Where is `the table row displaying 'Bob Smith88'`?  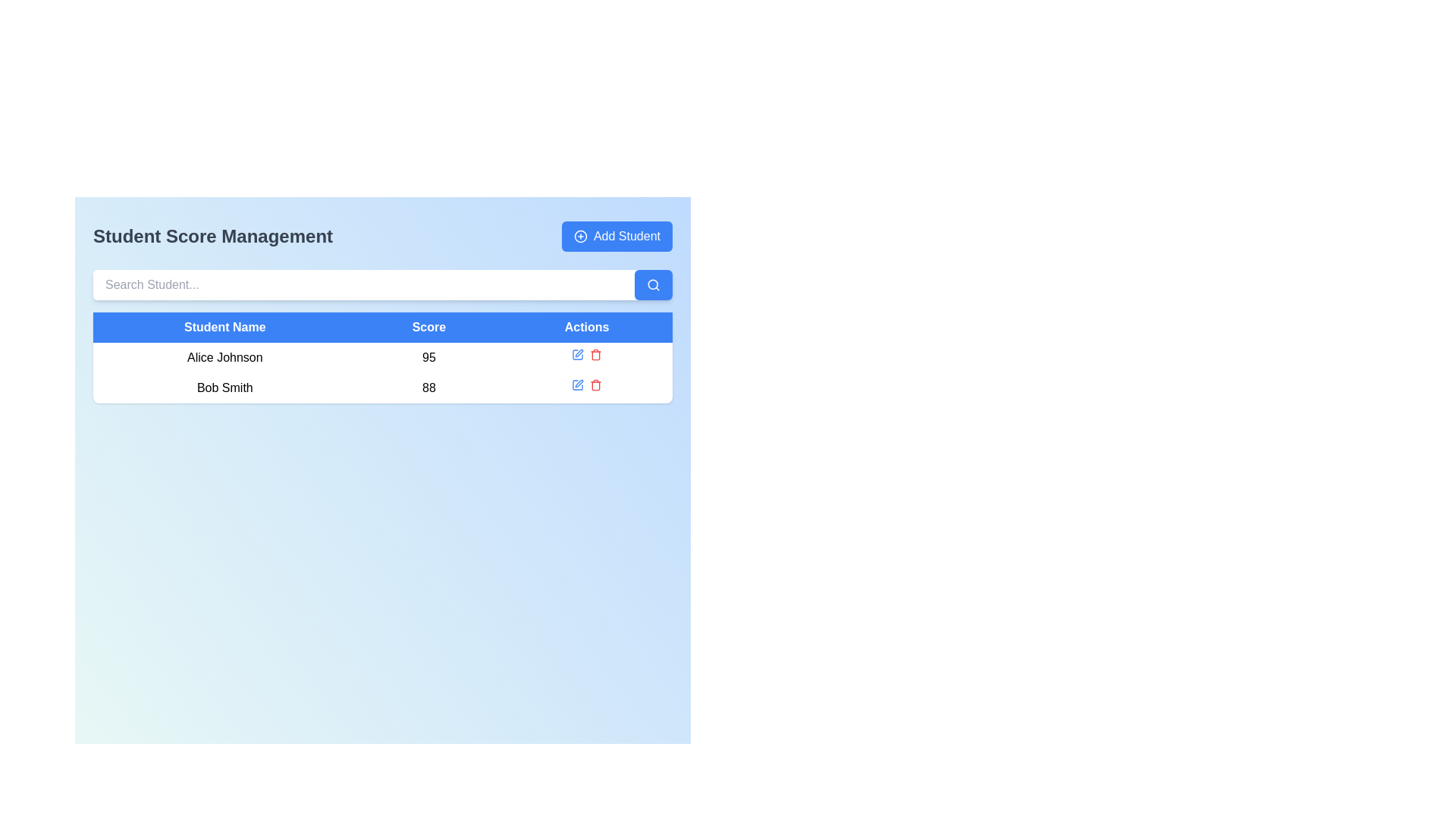 the table row displaying 'Bob Smith88' is located at coordinates (382, 388).